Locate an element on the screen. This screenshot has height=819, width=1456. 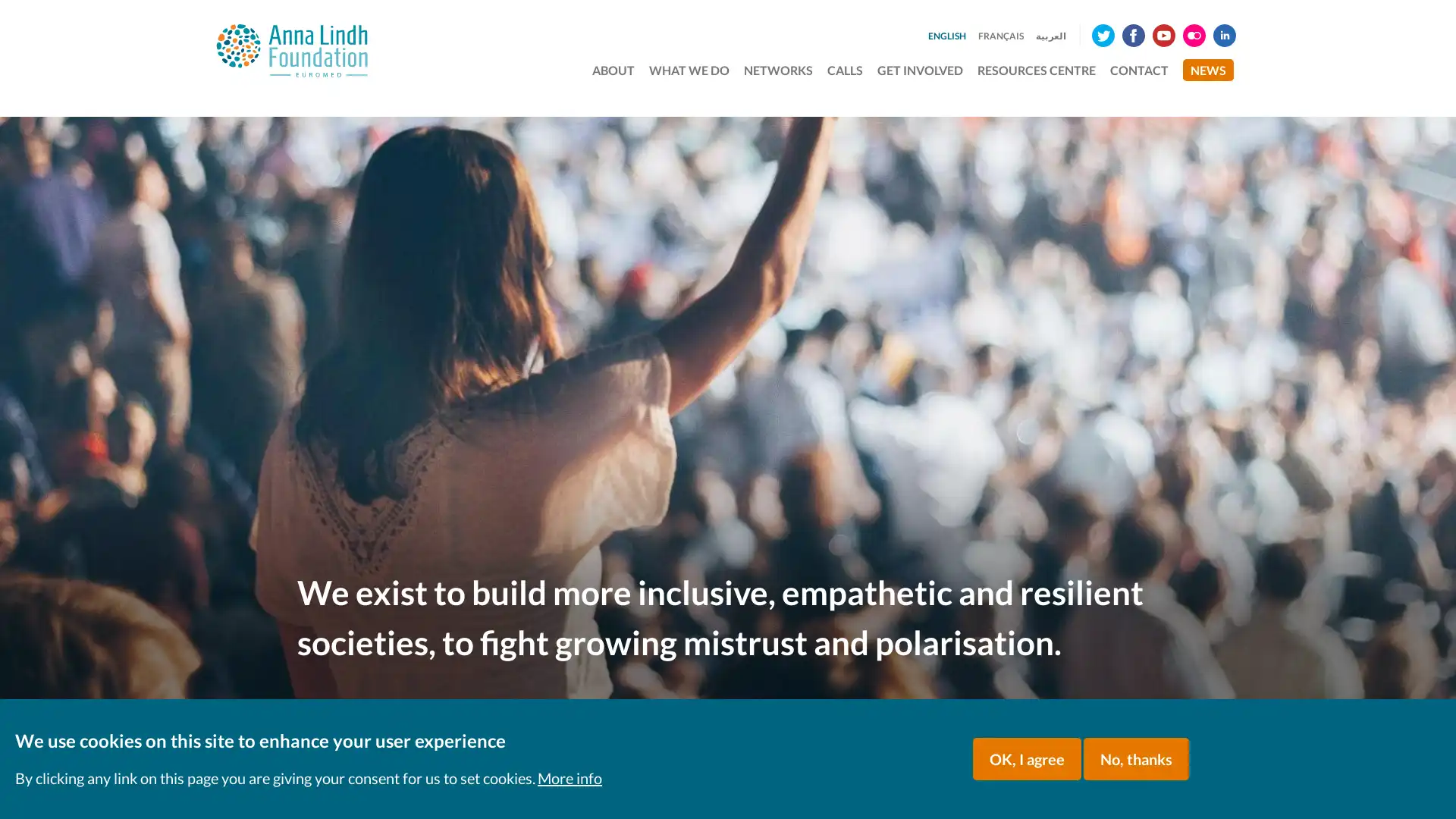
More info is located at coordinates (569, 778).